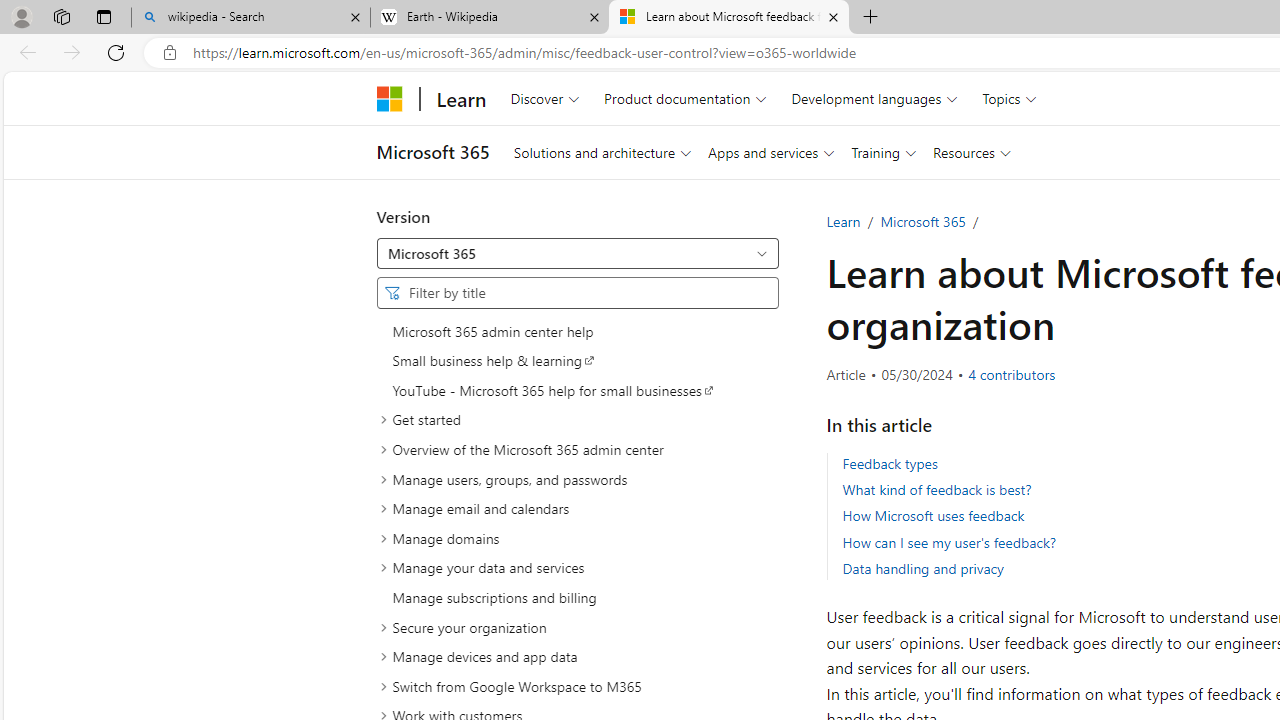  I want to click on 'How Microsoft uses feedback', so click(932, 515).